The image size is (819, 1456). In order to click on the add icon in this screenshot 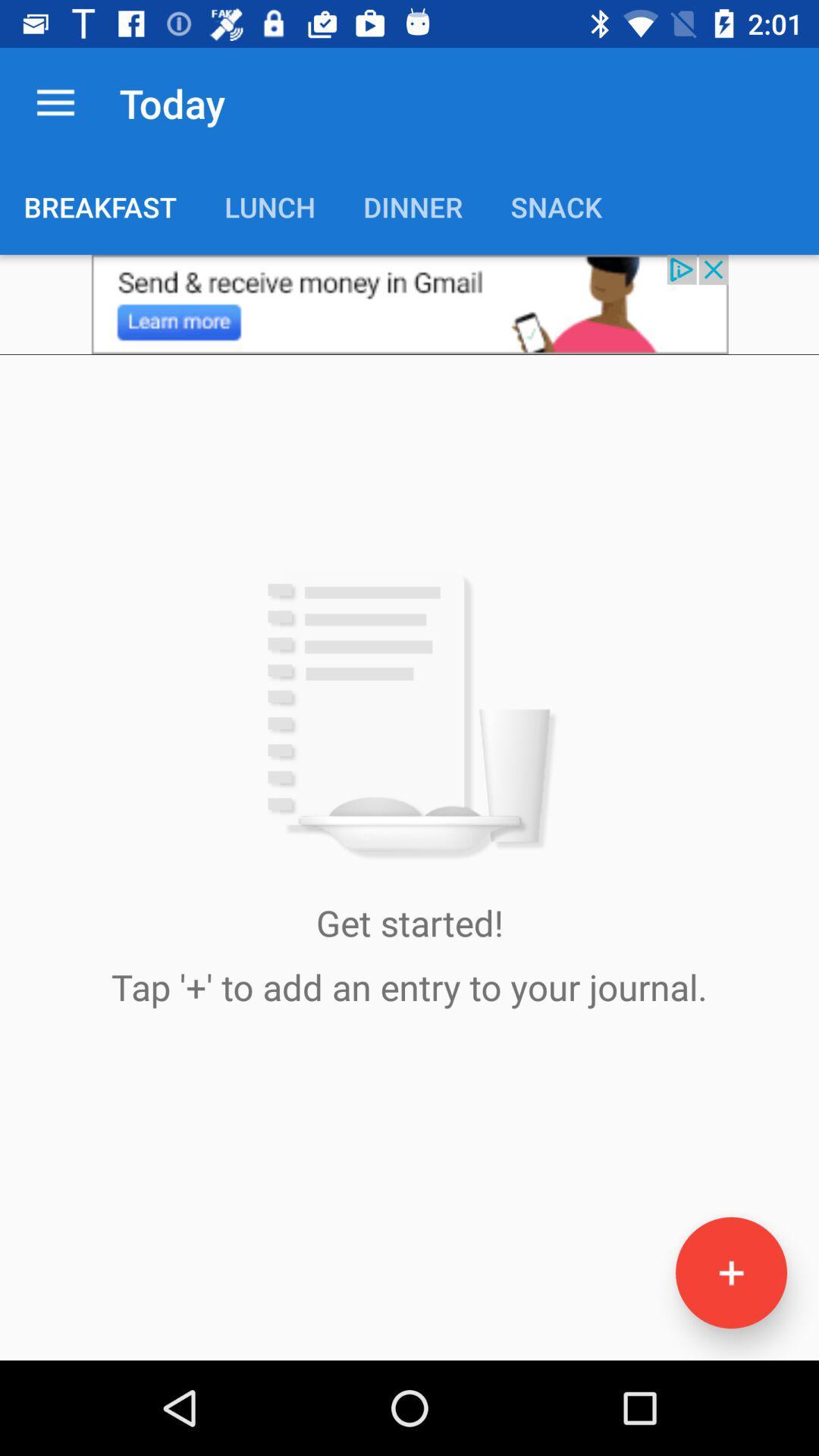, I will do `click(730, 1272)`.